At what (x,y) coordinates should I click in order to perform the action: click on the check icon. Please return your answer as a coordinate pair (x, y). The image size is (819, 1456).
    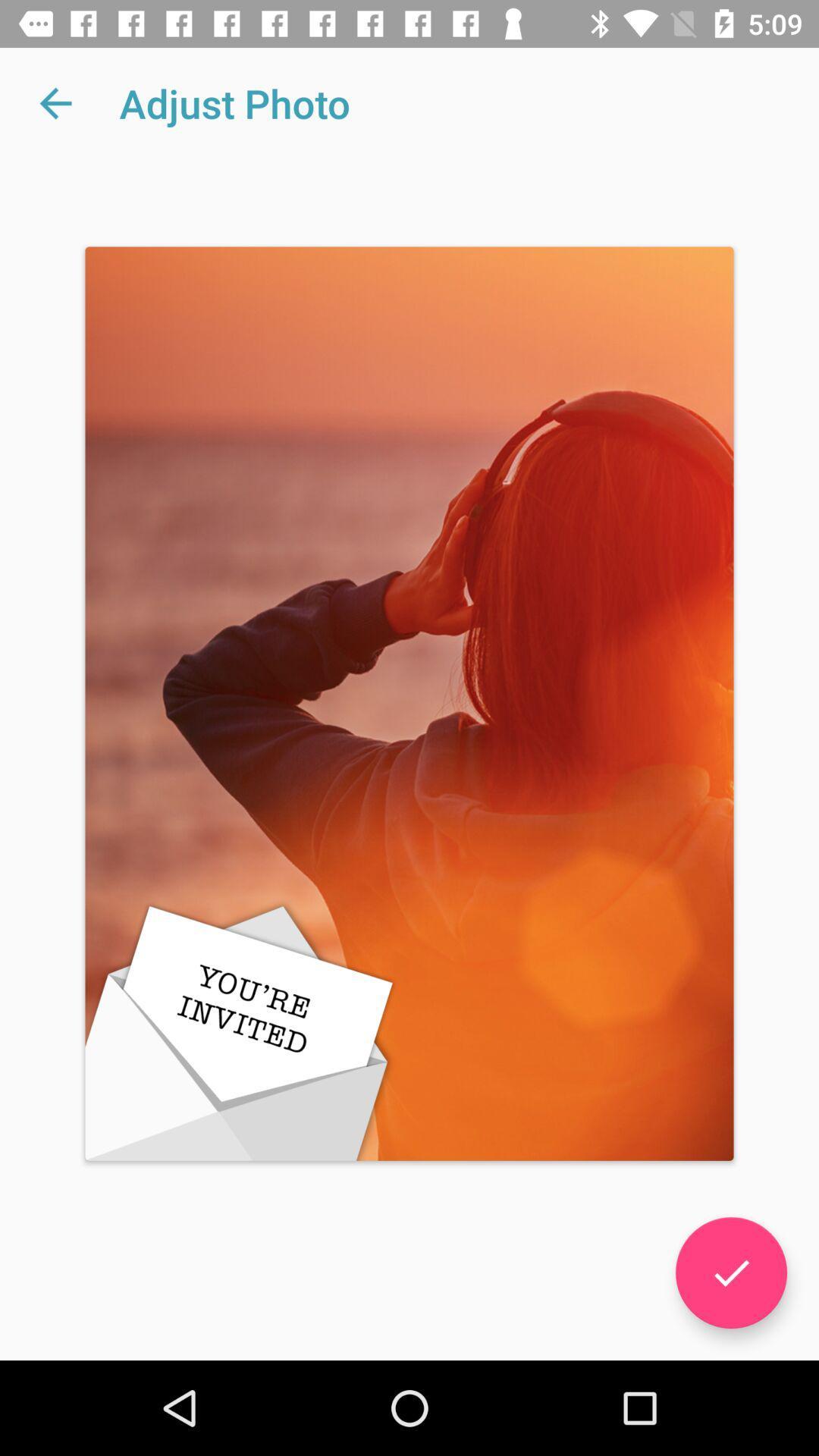
    Looking at the image, I should click on (730, 1272).